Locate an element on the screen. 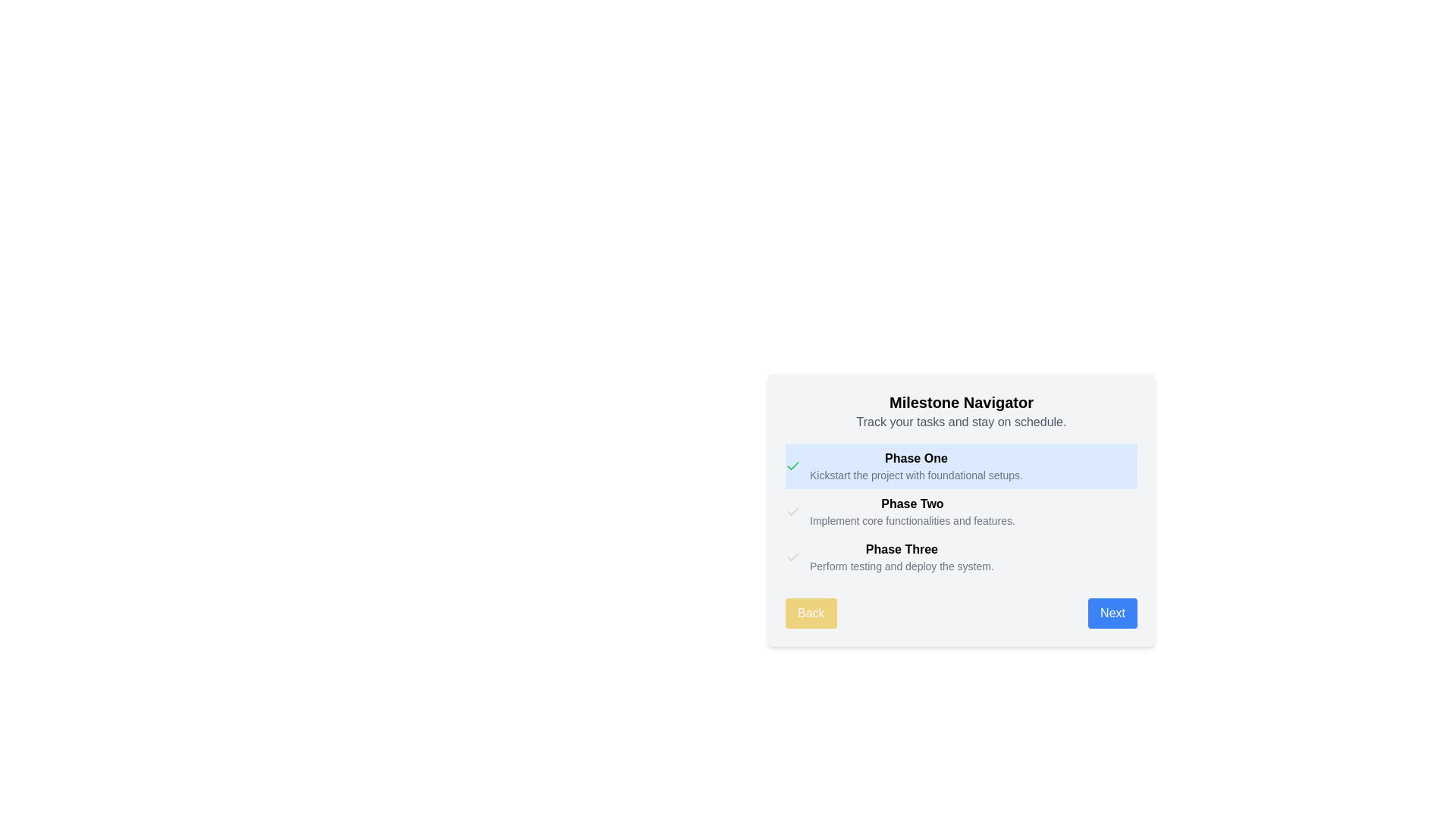 This screenshot has height=819, width=1456. the checkmark icon indicating the completion status of 'Phase Two' in the project phases list is located at coordinates (792, 512).